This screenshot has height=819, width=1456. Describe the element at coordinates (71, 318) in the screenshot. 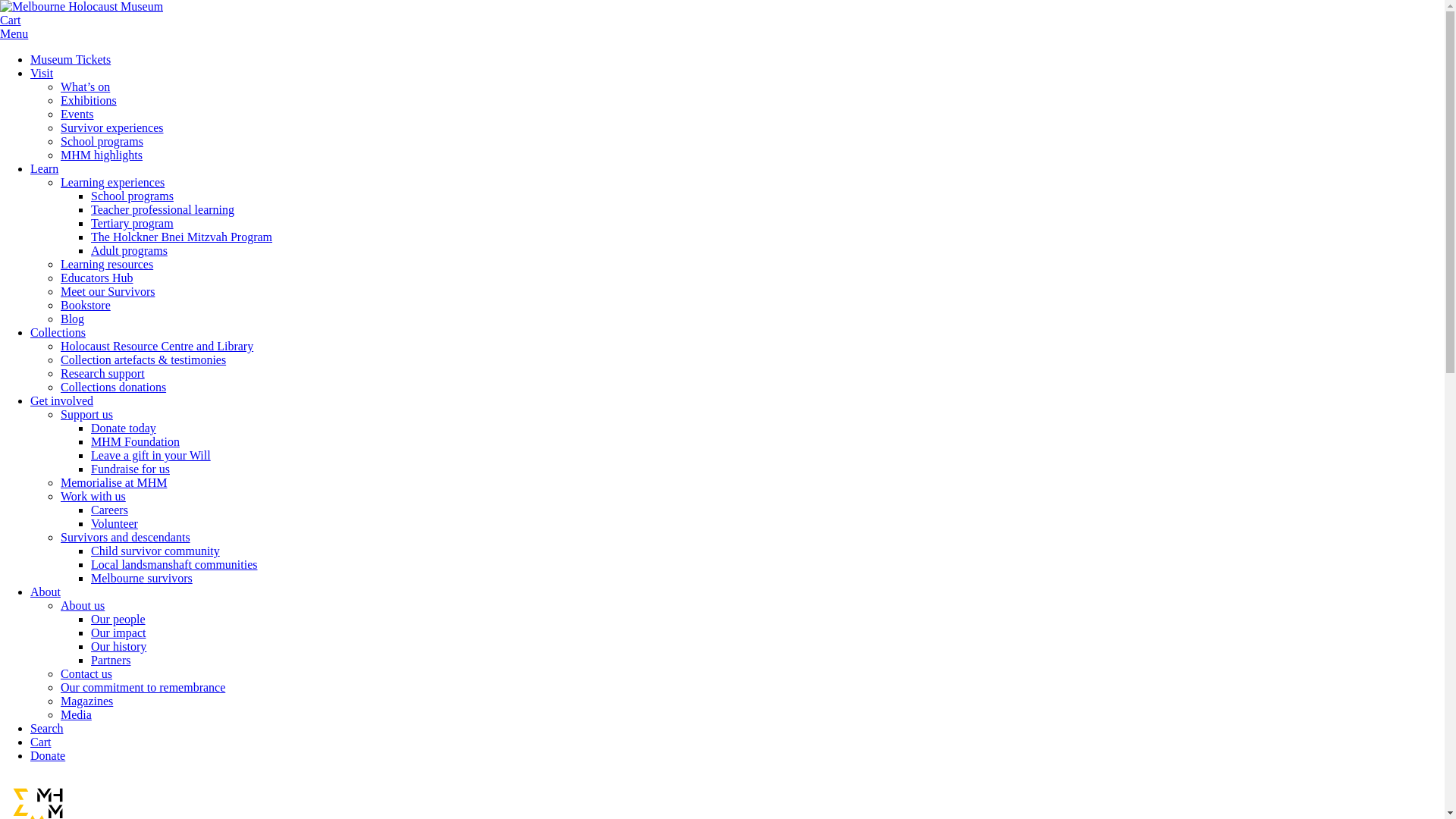

I see `'Blog'` at that location.